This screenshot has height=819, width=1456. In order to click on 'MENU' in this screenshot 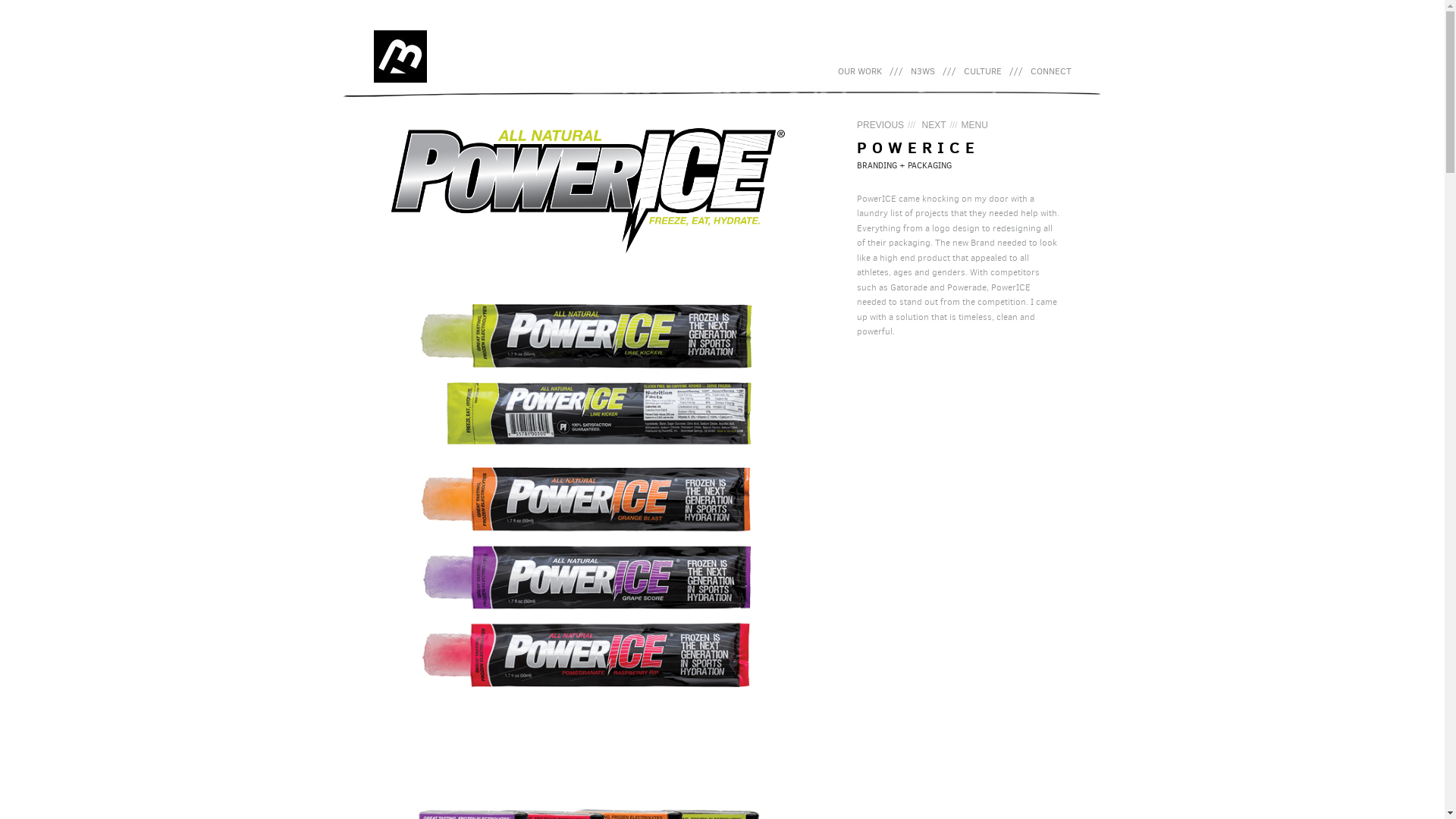, I will do `click(974, 124)`.